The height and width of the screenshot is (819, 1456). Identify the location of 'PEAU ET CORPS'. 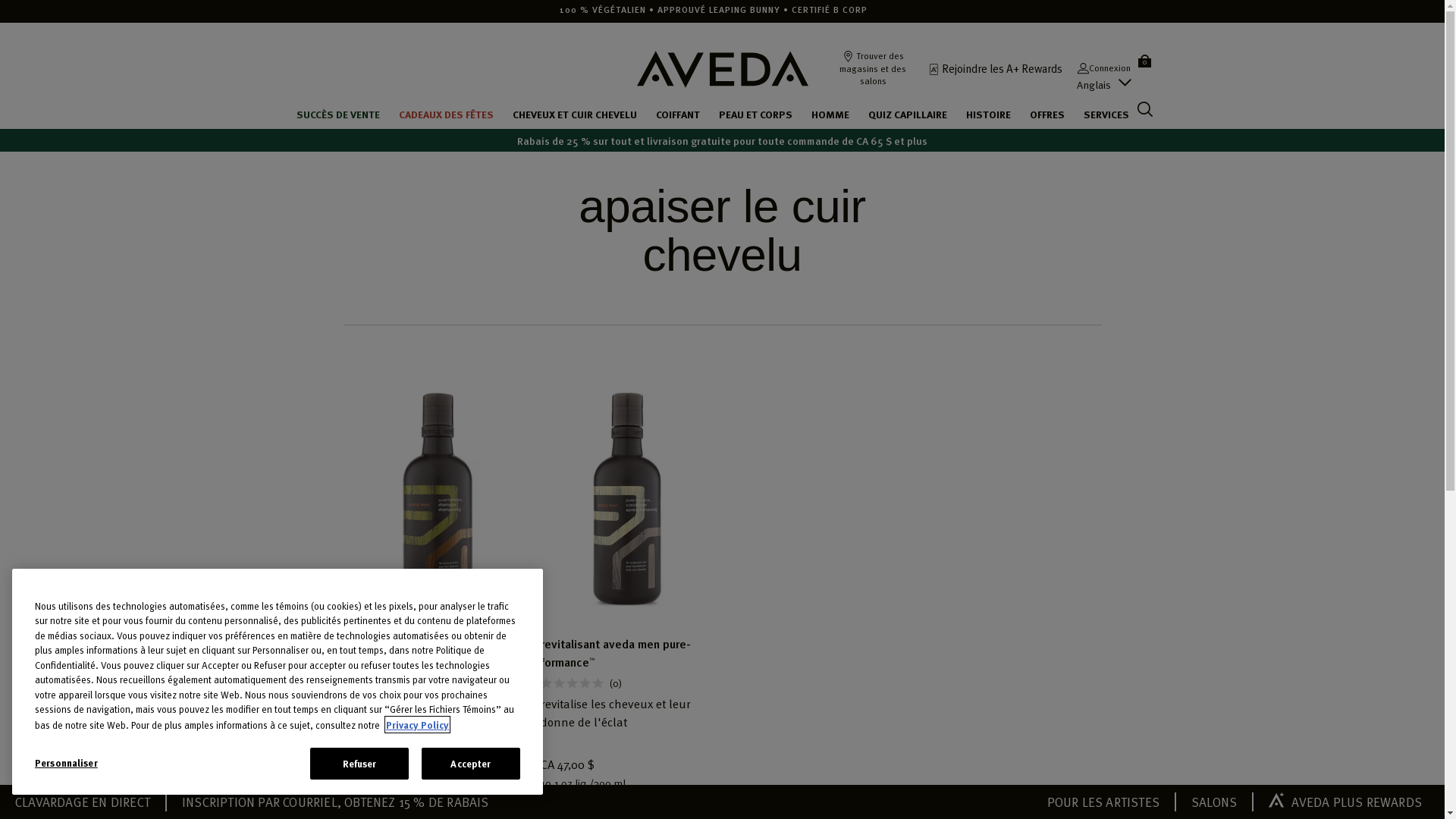
(755, 113).